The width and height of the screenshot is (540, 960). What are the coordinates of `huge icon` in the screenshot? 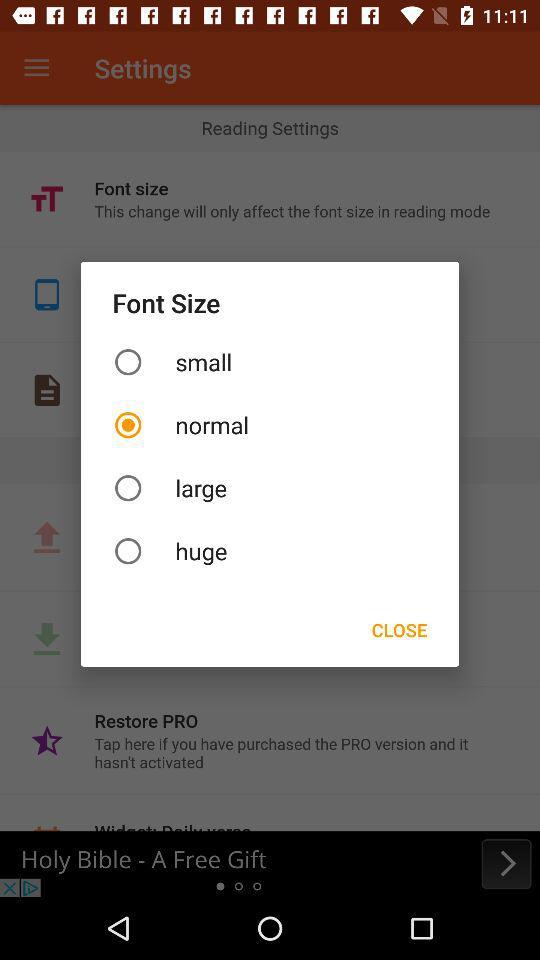 It's located at (270, 551).